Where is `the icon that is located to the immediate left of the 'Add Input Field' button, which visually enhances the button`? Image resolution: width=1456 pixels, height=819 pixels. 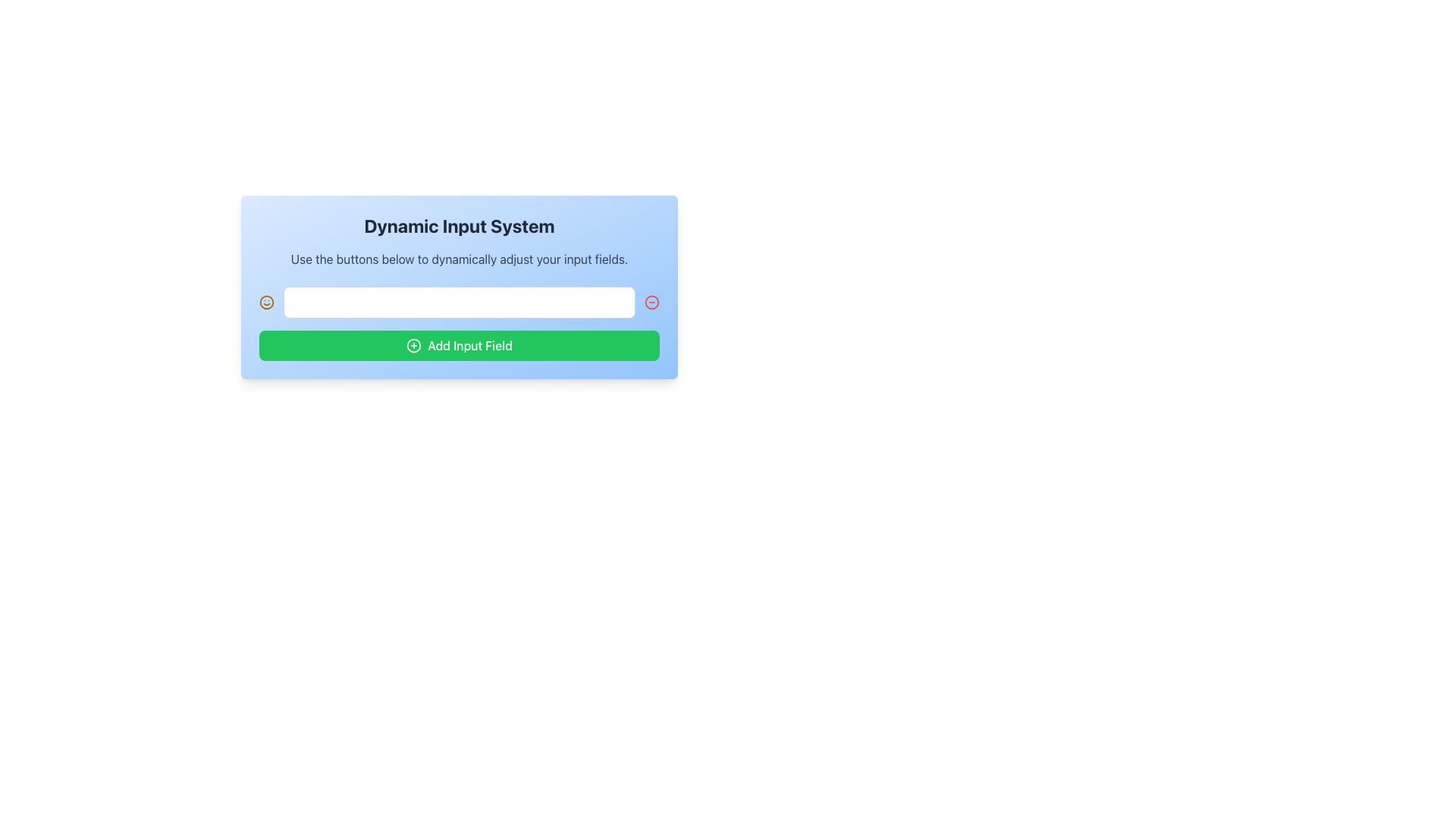 the icon that is located to the immediate left of the 'Add Input Field' button, which visually enhances the button is located at coordinates (414, 345).